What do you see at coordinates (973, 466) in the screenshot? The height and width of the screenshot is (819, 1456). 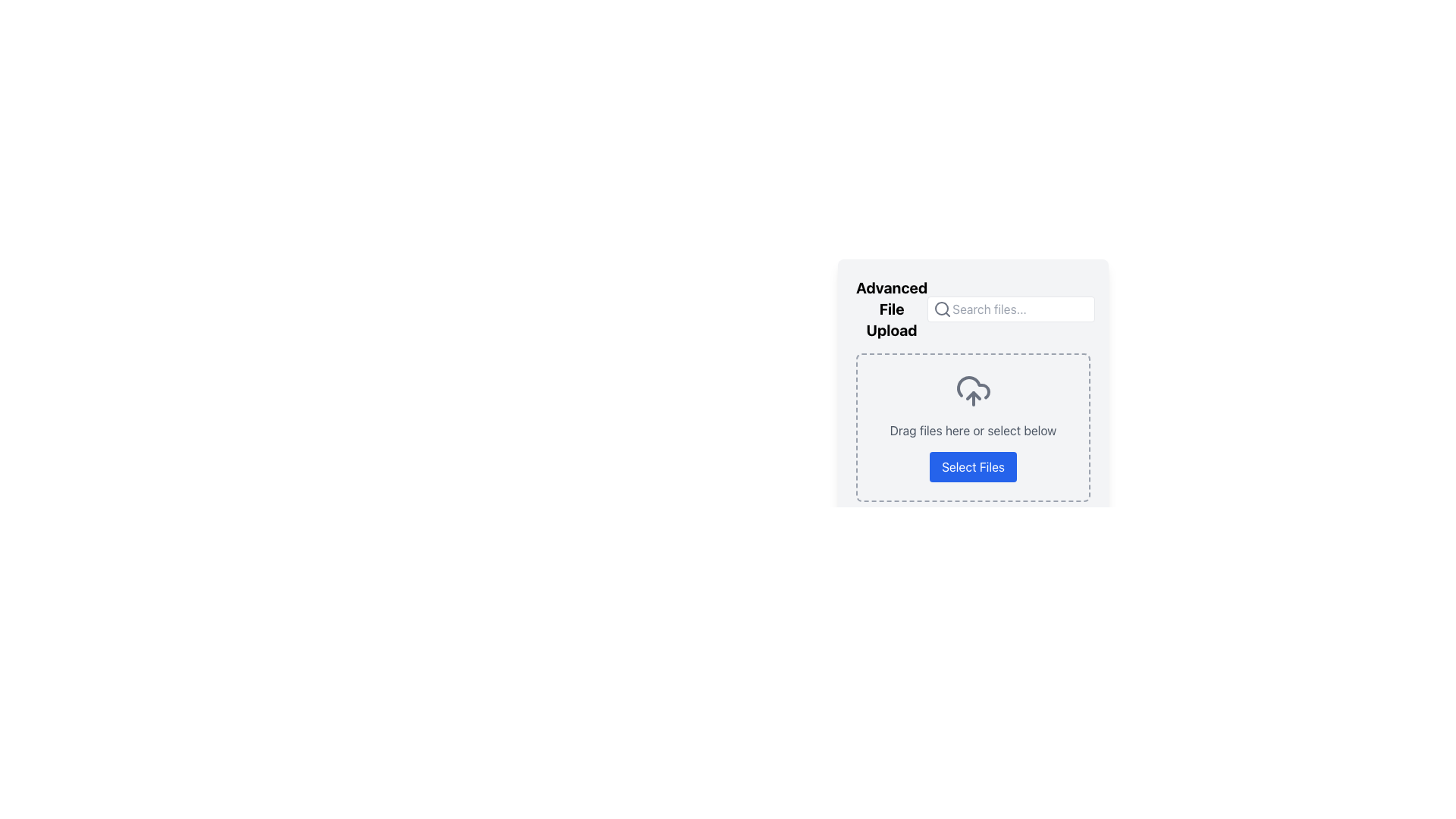 I see `the button located at the bottom center of the interface that triggers the file selection dialog` at bounding box center [973, 466].